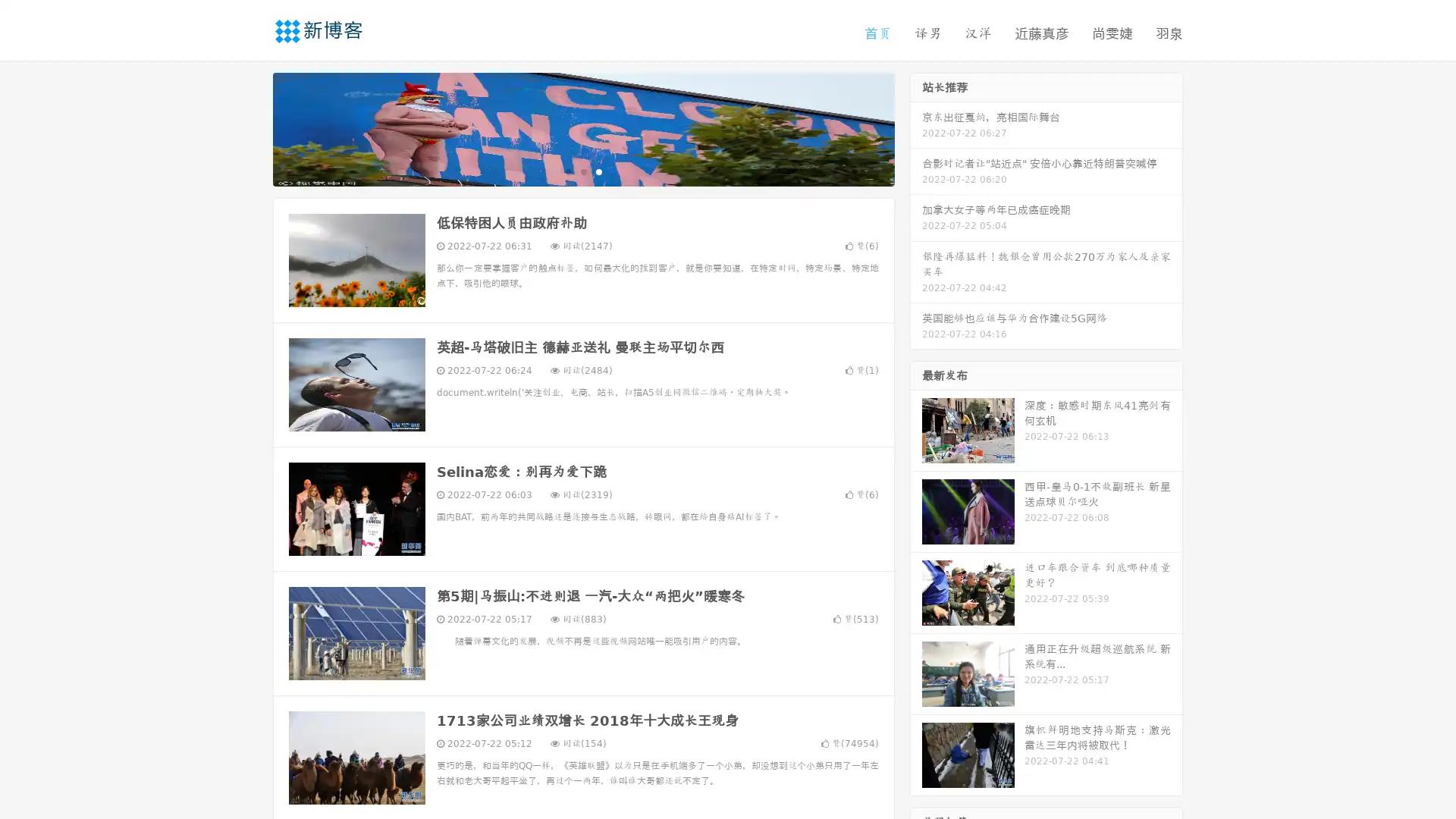 The image size is (1456, 819). What do you see at coordinates (567, 171) in the screenshot?
I see `Go to slide 1` at bounding box center [567, 171].